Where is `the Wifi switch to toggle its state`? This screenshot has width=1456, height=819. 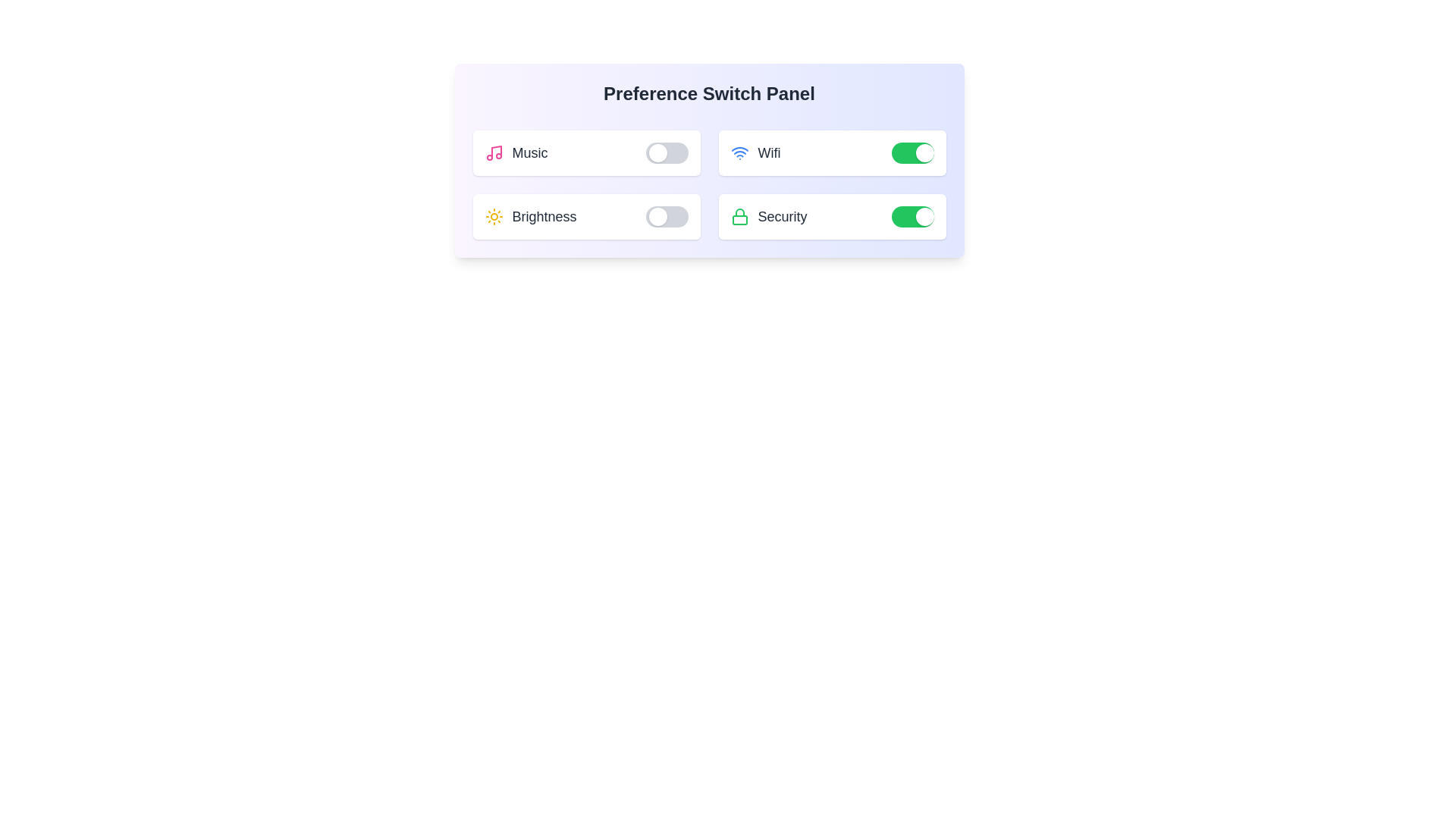 the Wifi switch to toggle its state is located at coordinates (912, 152).